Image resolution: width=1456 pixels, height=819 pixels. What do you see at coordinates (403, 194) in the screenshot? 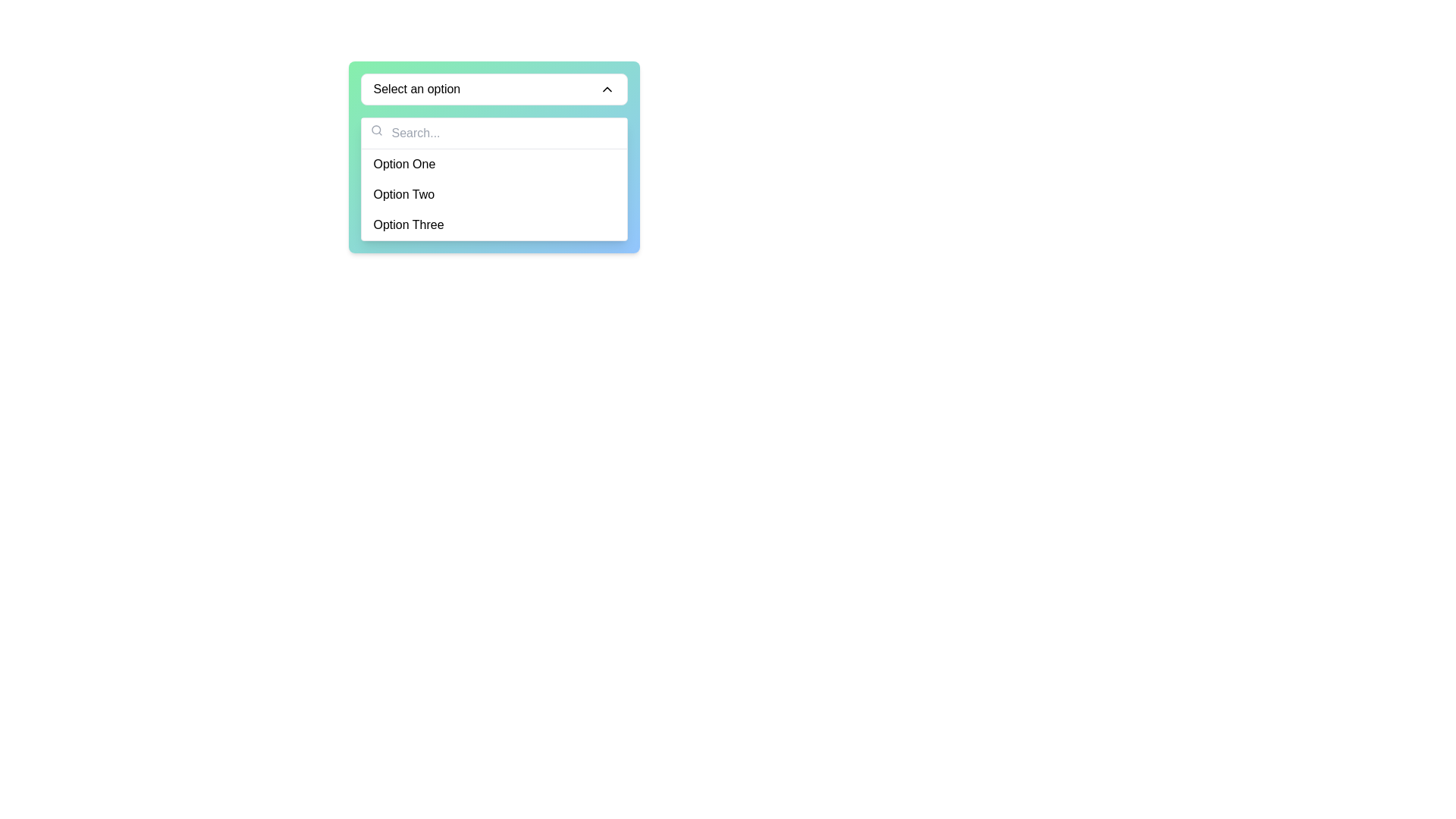
I see `the second item in the dropdown menu` at bounding box center [403, 194].